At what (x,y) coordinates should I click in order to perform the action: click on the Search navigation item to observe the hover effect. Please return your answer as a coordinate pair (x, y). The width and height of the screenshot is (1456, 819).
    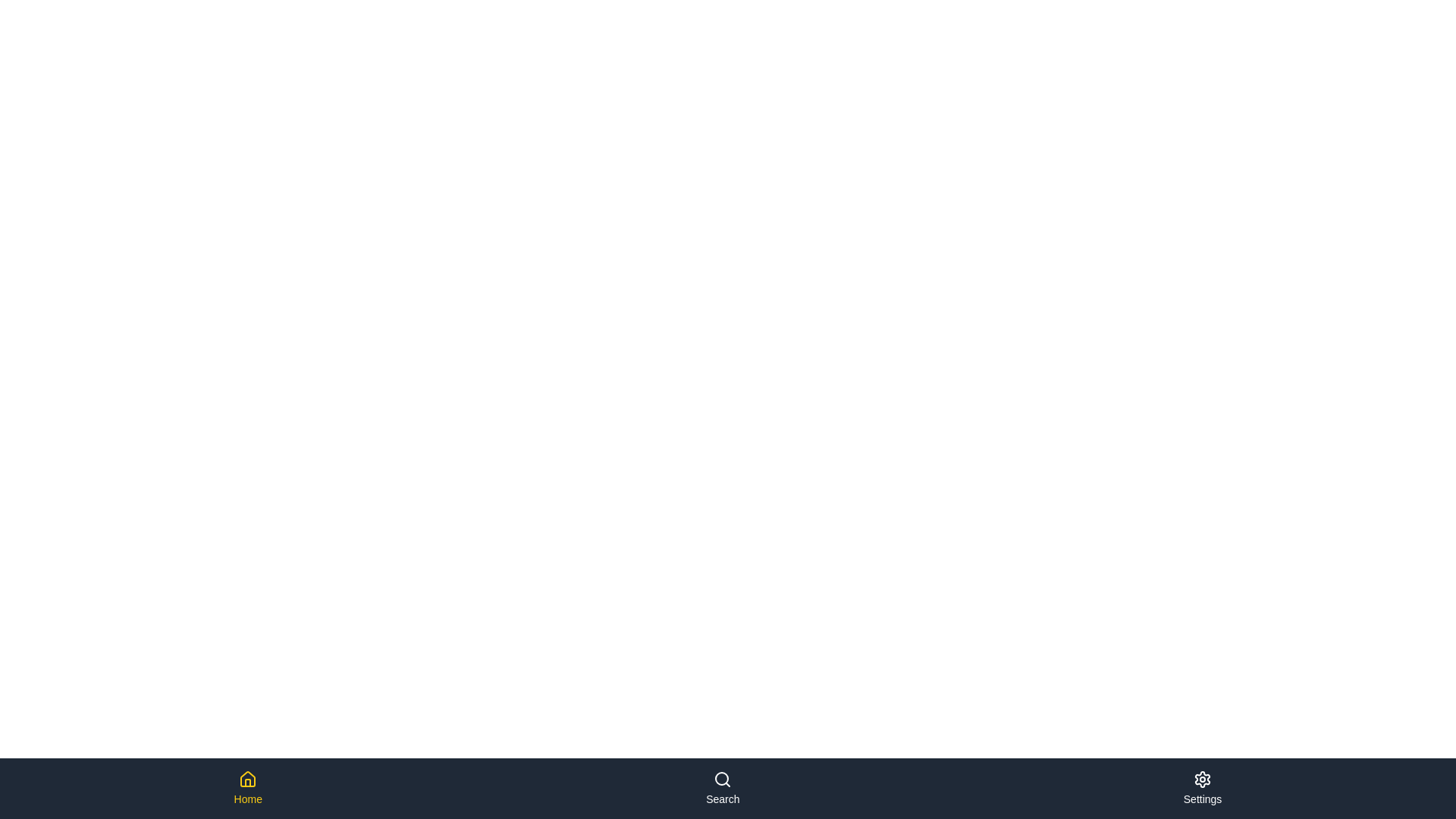
    Looking at the image, I should click on (722, 788).